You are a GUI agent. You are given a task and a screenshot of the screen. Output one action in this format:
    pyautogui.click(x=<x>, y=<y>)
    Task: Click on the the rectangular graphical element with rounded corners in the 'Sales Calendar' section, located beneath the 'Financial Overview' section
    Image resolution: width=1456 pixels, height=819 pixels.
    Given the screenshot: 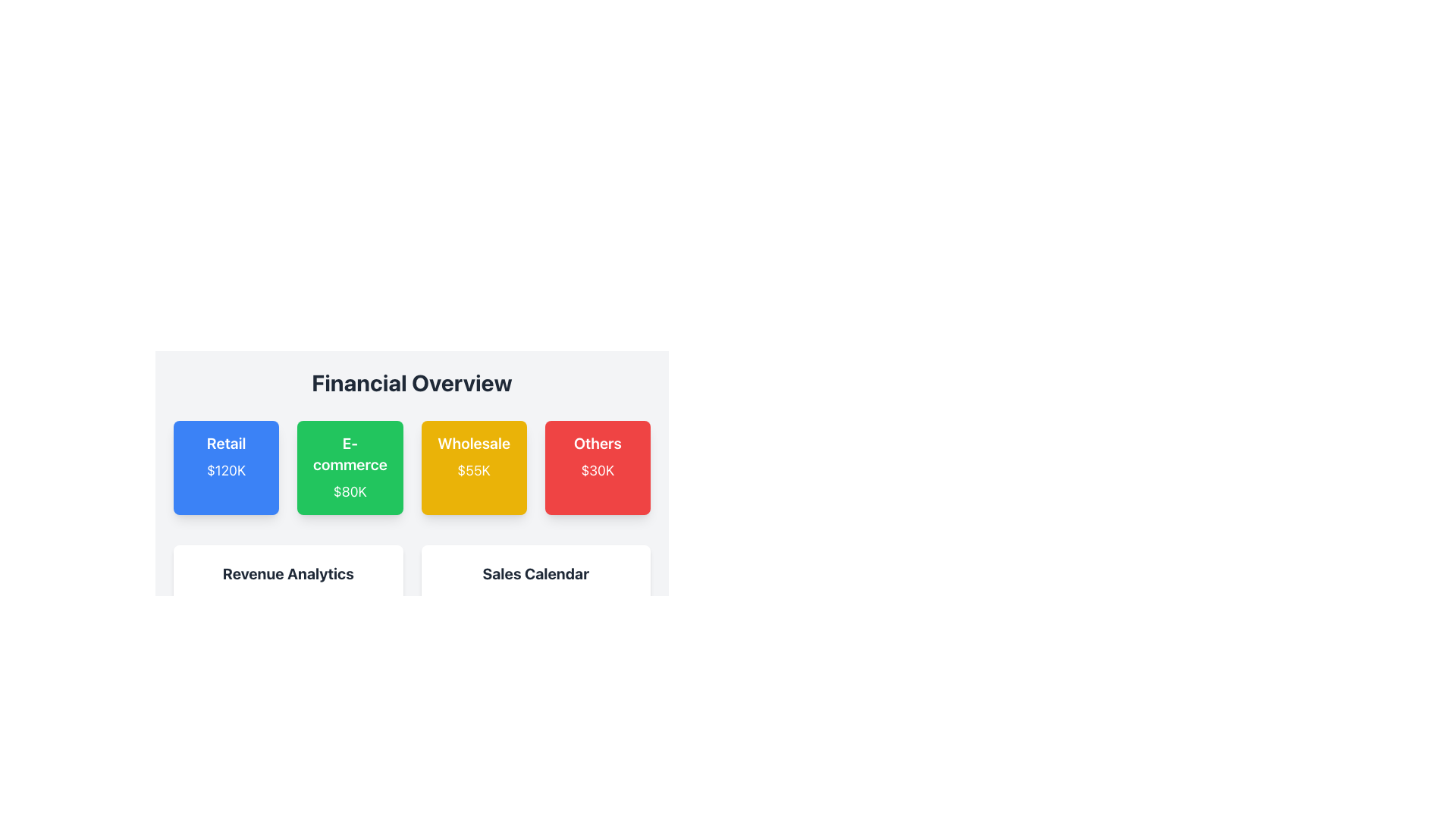 What is the action you would take?
    pyautogui.click(x=535, y=636)
    